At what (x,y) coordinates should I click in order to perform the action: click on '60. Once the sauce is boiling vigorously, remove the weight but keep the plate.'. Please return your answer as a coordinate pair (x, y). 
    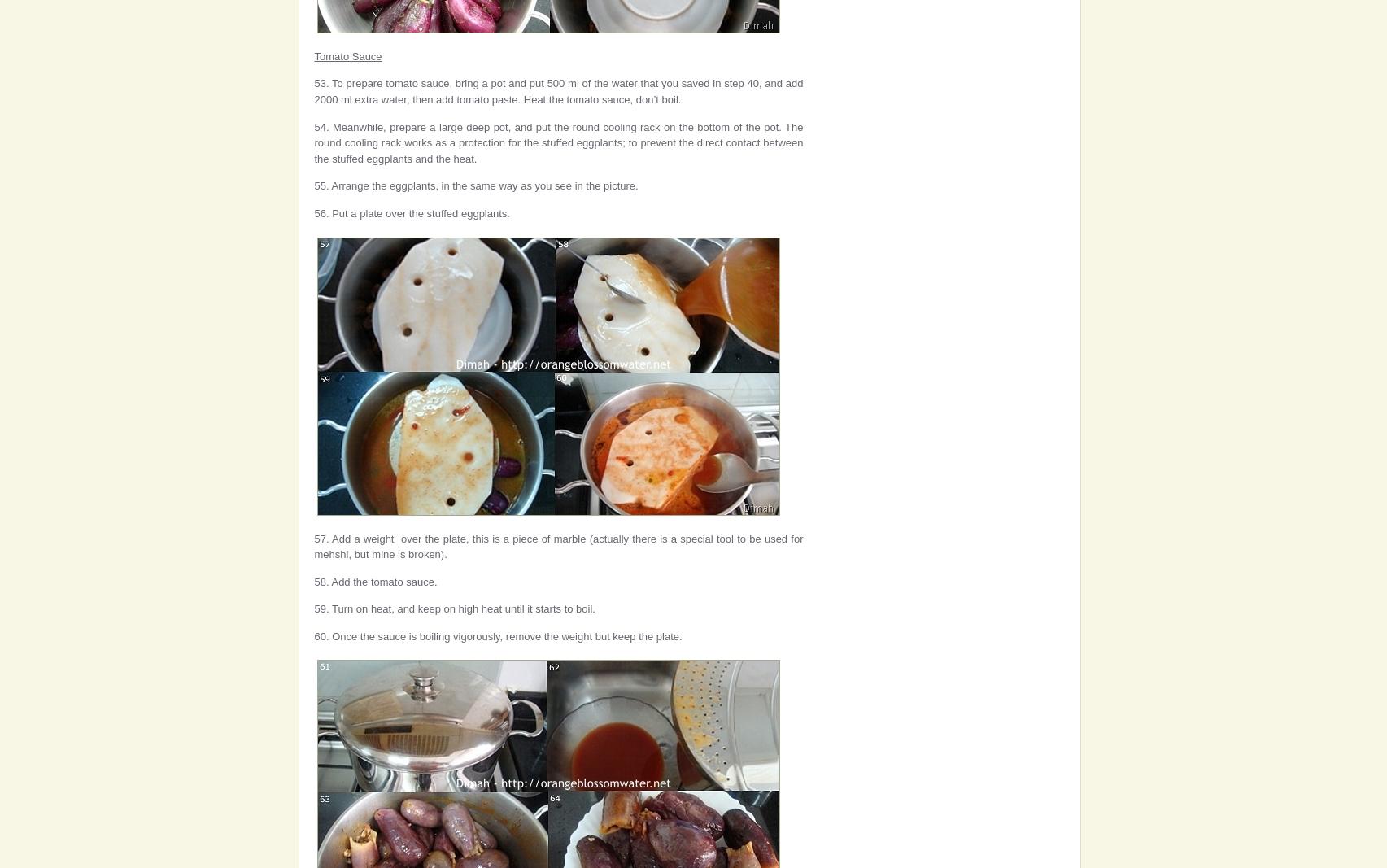
    Looking at the image, I should click on (497, 635).